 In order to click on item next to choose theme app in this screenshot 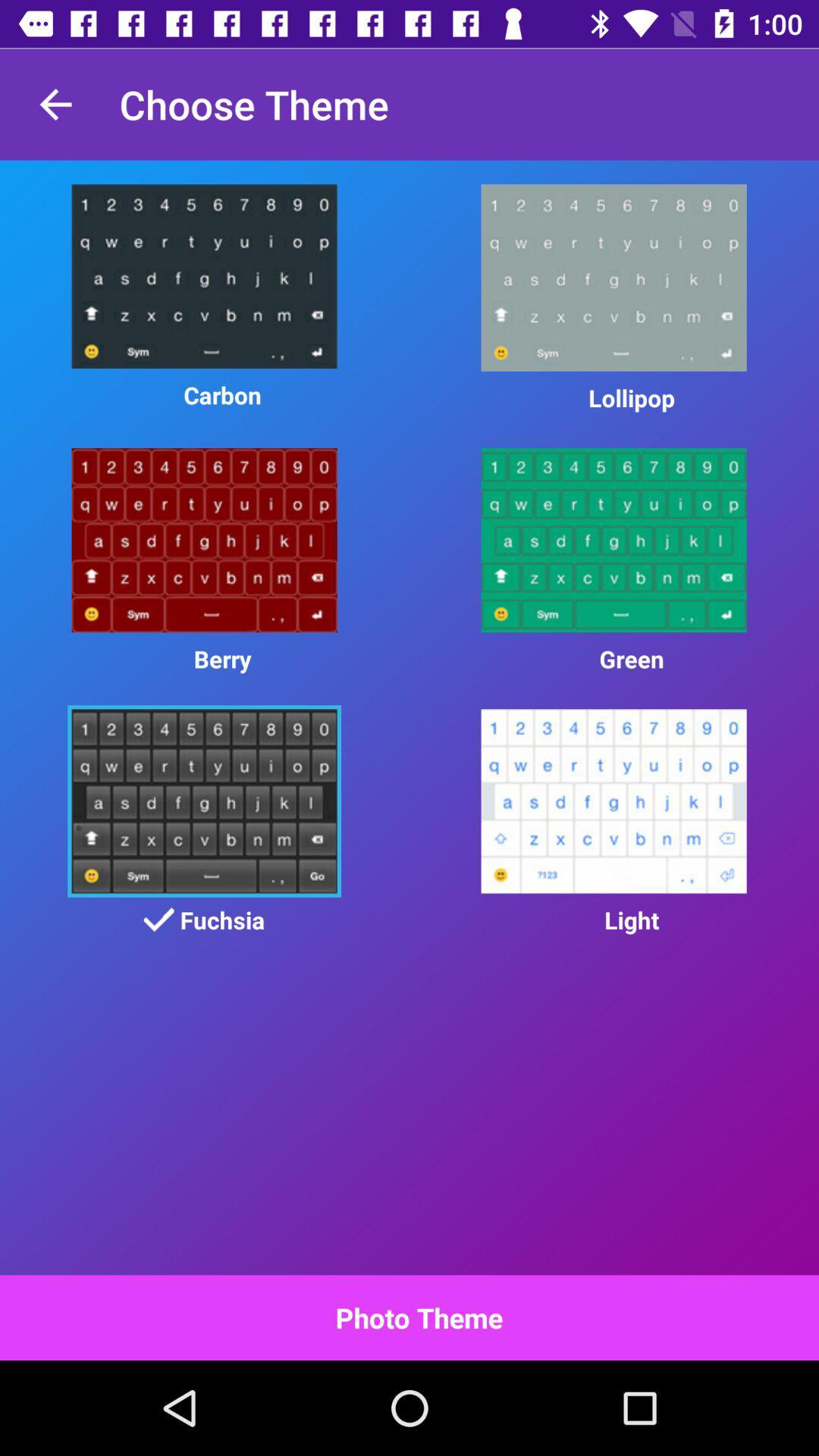, I will do `click(55, 104)`.